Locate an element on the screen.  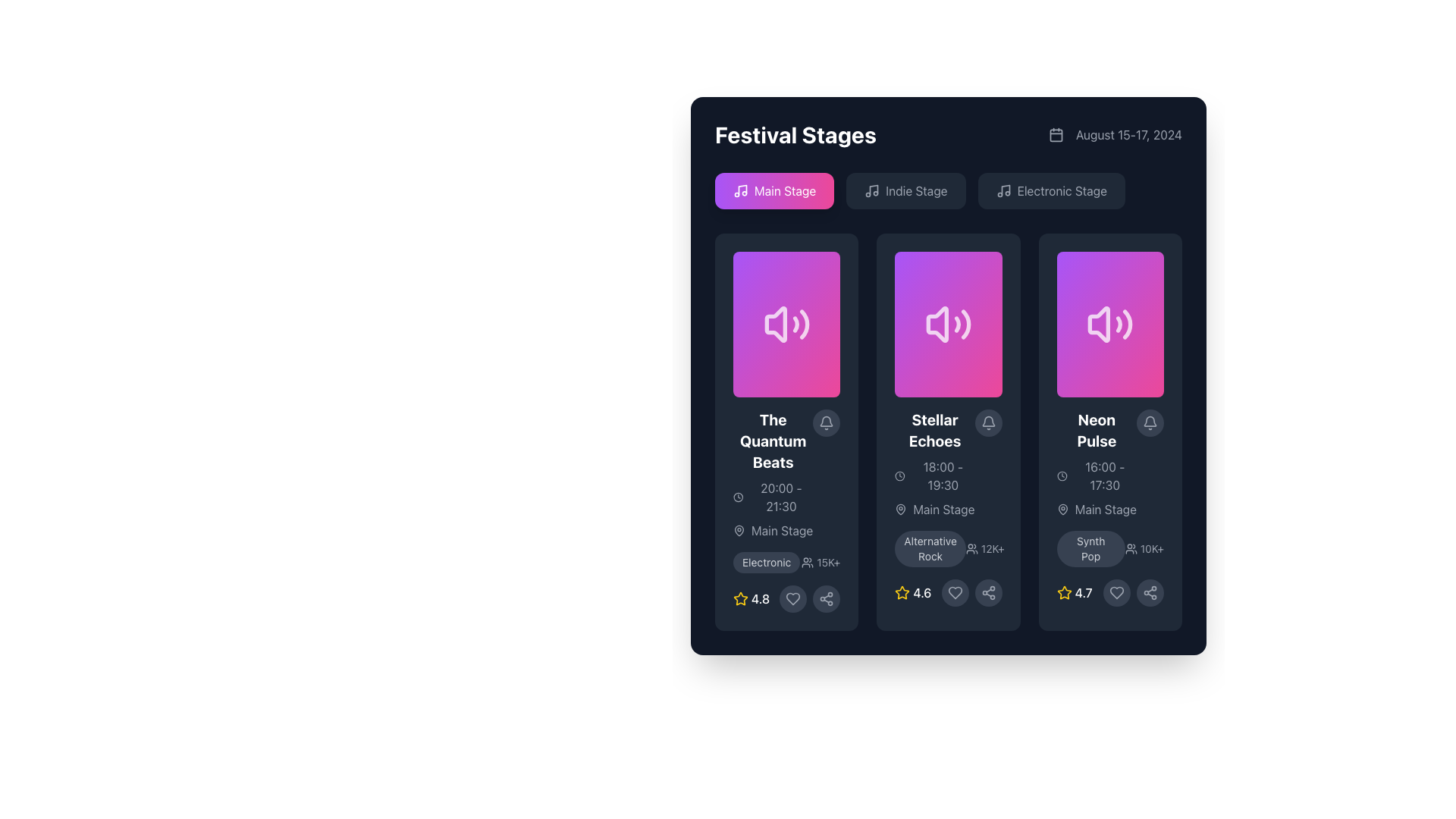
the 'Neon Pulse' event card in the Festival Stages section, which displays the event title in large bold font, time slot in smaller gray font, and location in gray, located in the third column under the 'Main Stage' tab is located at coordinates (1097, 463).